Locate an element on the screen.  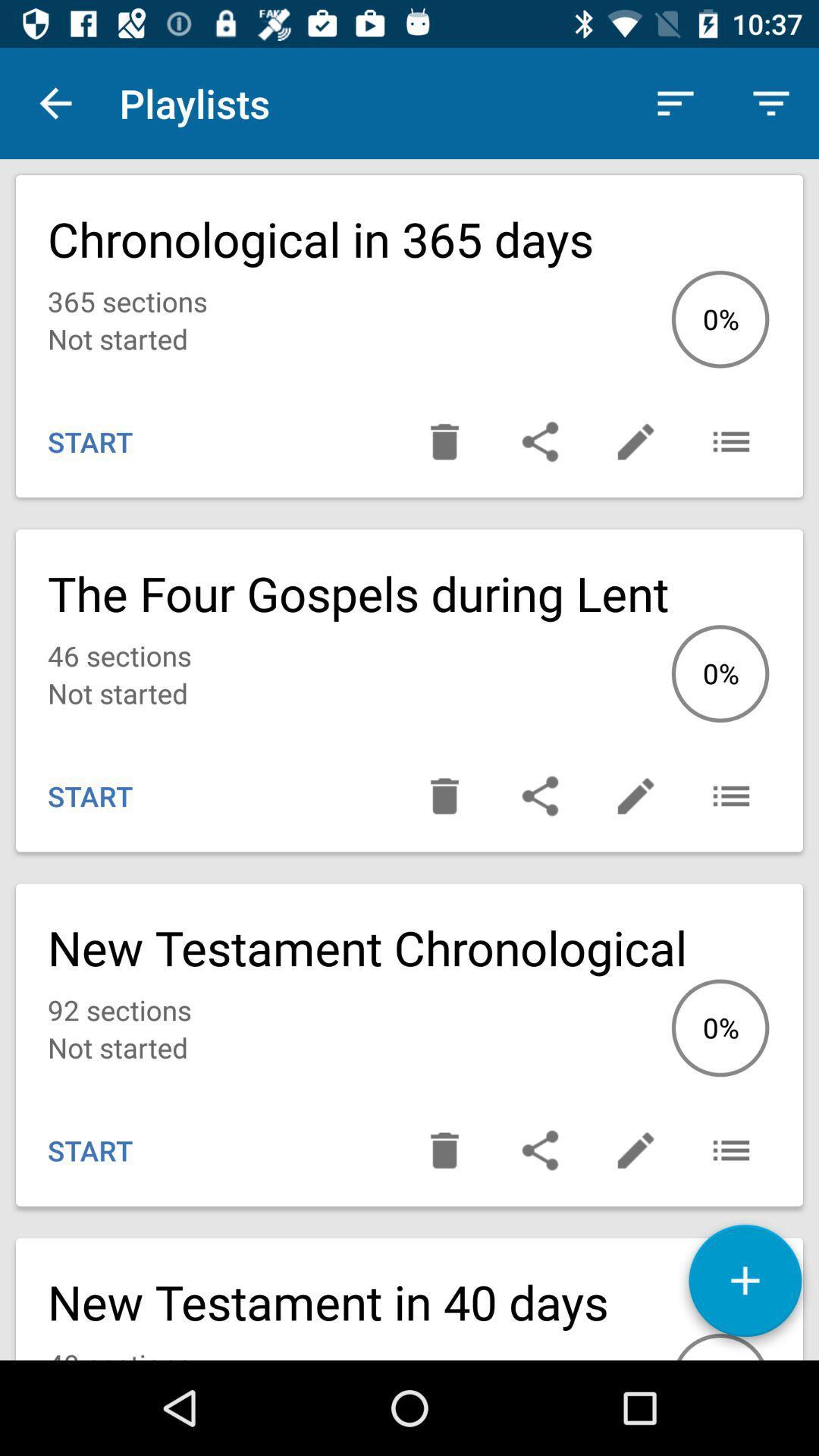
icon next to the playlists icon is located at coordinates (55, 102).